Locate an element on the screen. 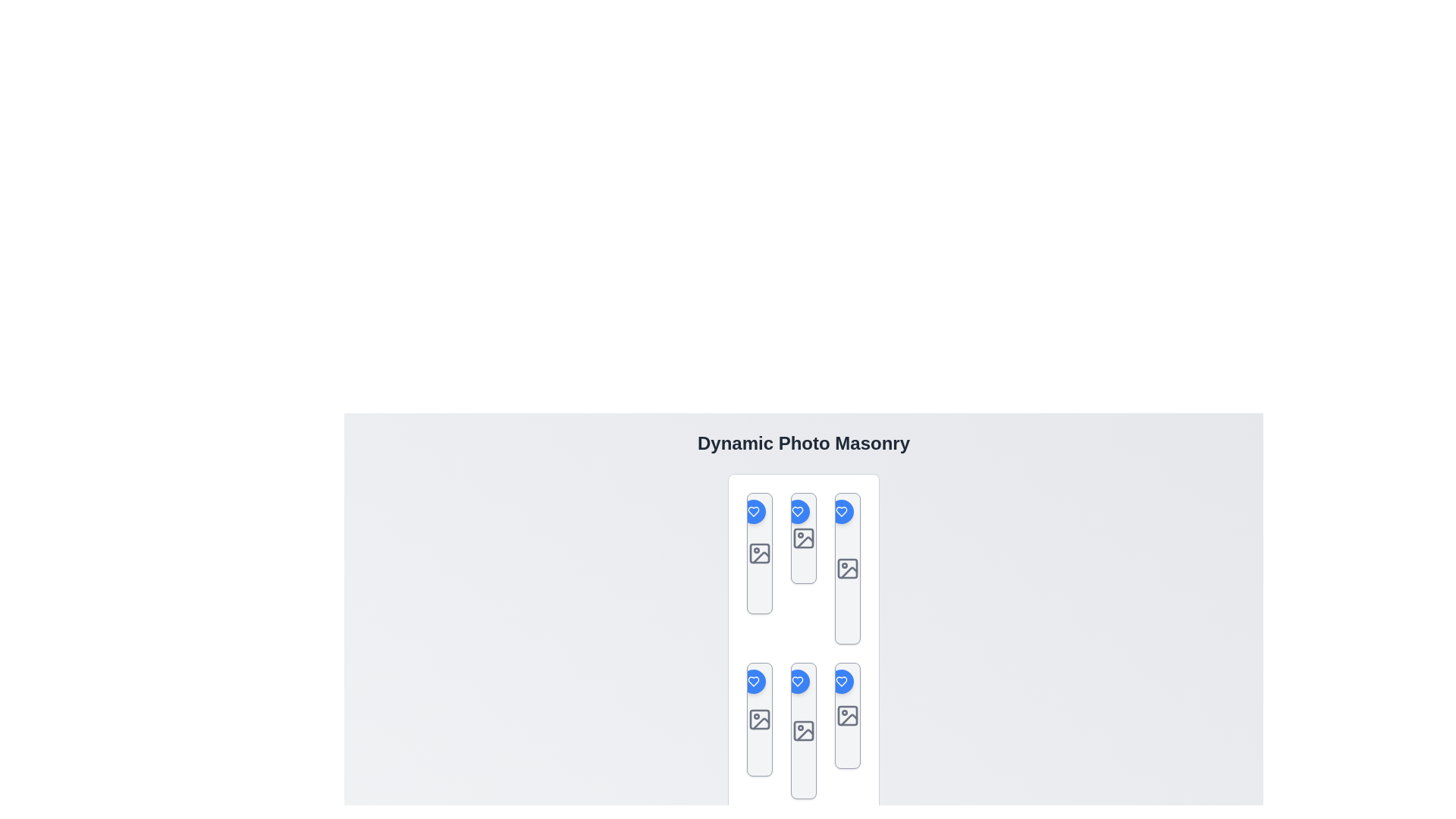  the heart icon in the middle row of the second column is located at coordinates (796, 680).